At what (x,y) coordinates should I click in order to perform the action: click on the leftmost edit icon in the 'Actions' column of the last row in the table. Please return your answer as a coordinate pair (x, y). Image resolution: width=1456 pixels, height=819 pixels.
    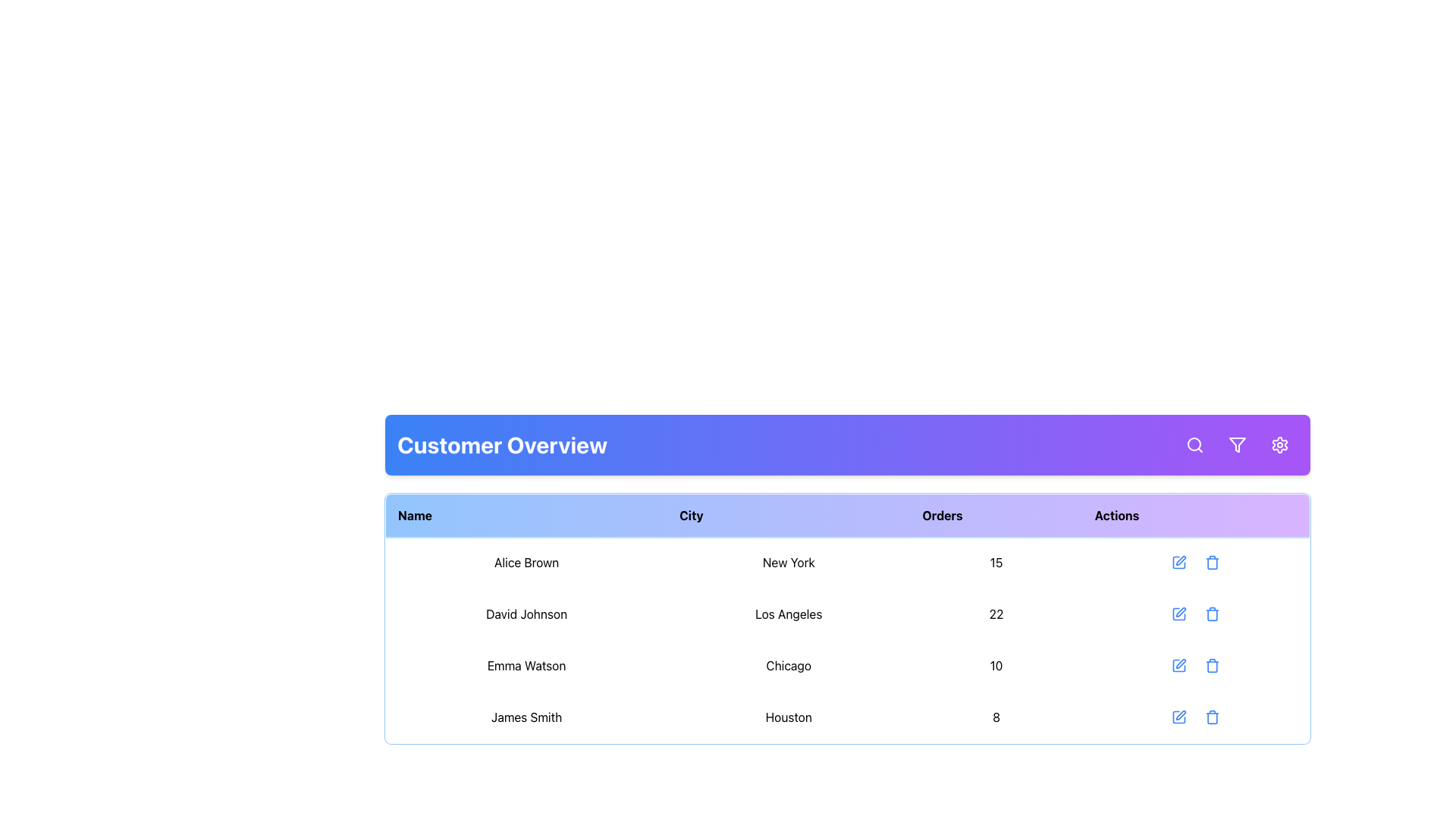
    Looking at the image, I should click on (1178, 717).